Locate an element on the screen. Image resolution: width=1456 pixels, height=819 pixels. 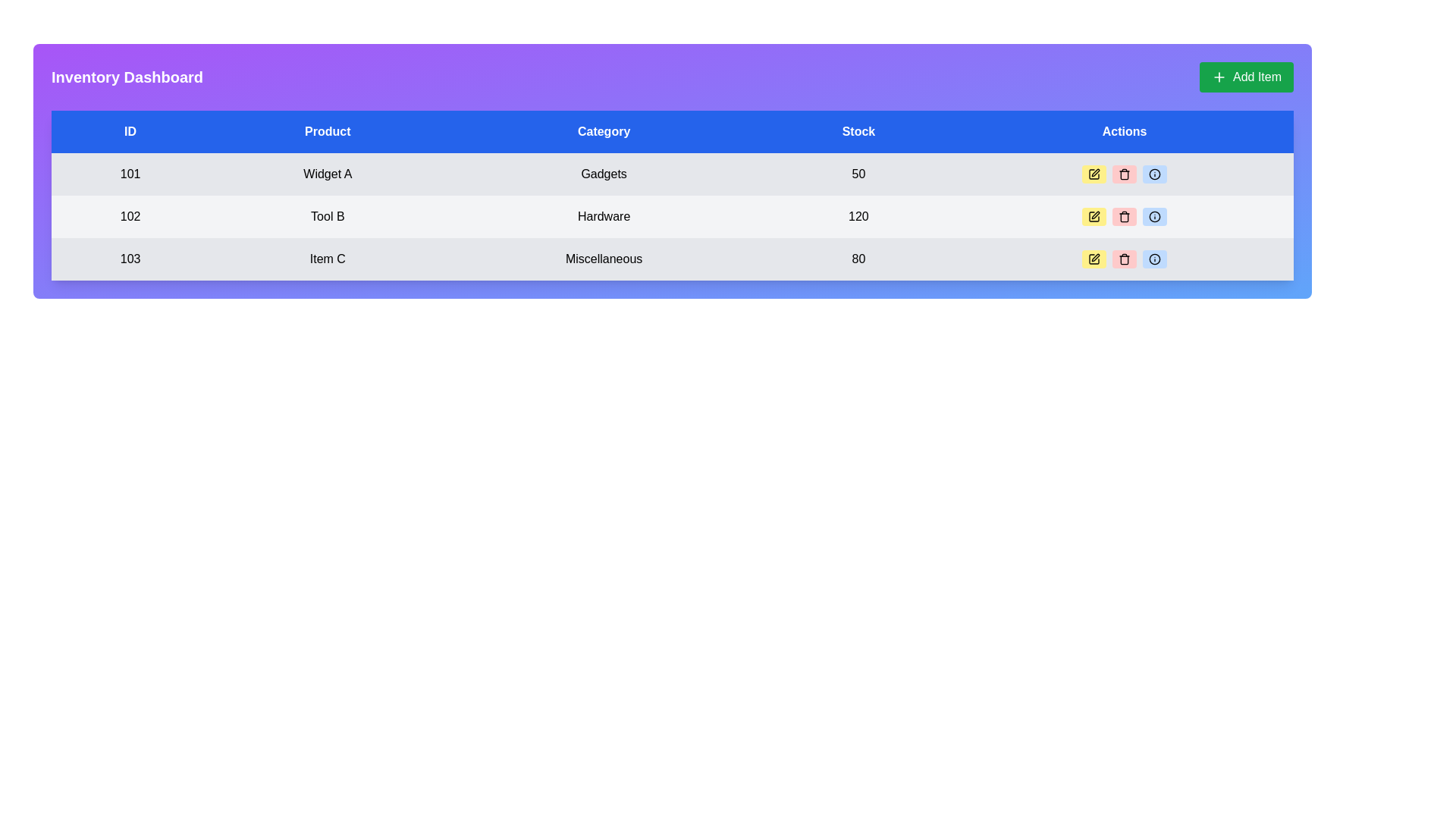
the first icon button in the 'Actions' column of the first row in the data table is located at coordinates (1095, 171).